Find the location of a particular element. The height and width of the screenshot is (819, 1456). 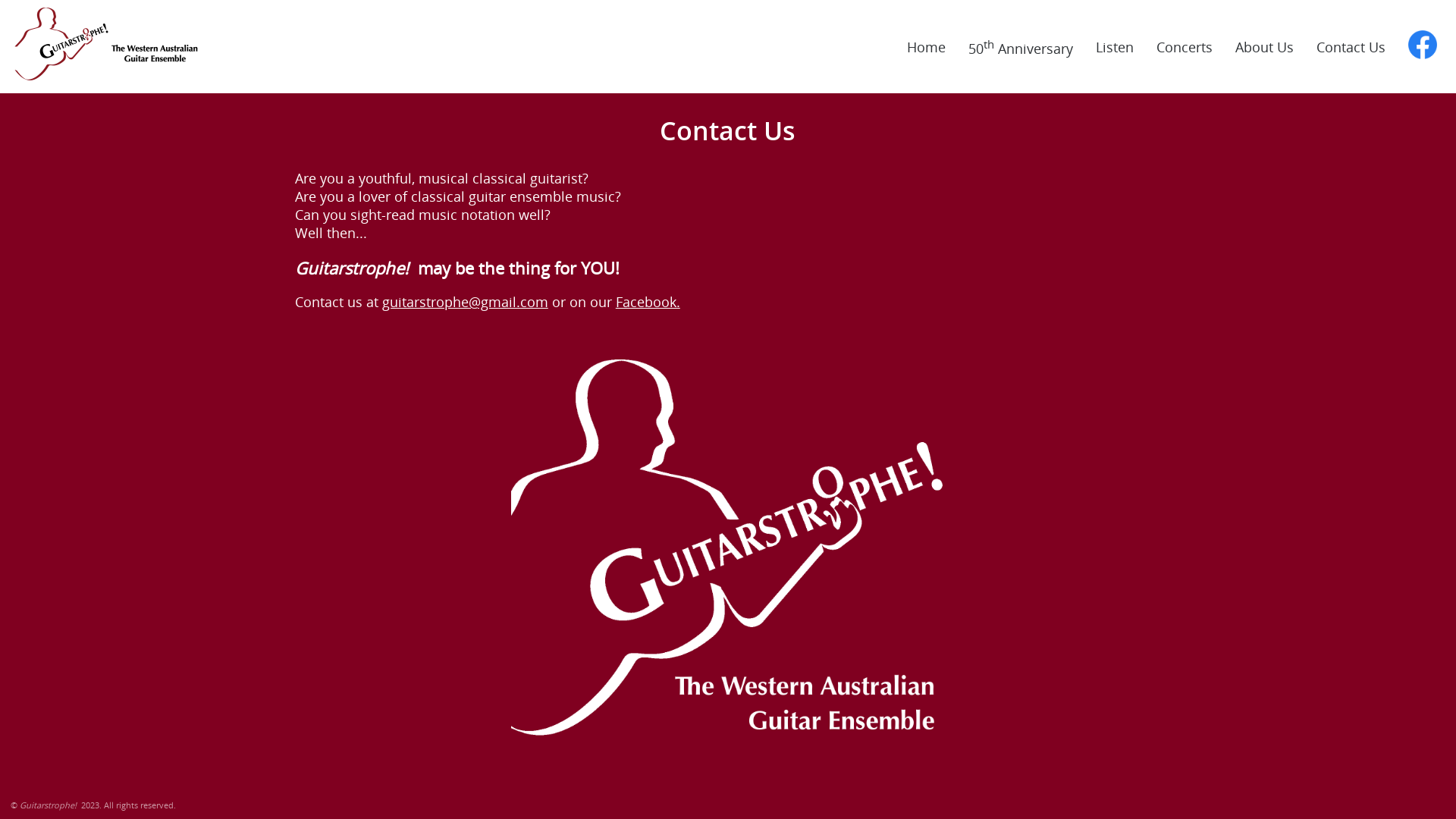

'Home' is located at coordinates (925, 45).